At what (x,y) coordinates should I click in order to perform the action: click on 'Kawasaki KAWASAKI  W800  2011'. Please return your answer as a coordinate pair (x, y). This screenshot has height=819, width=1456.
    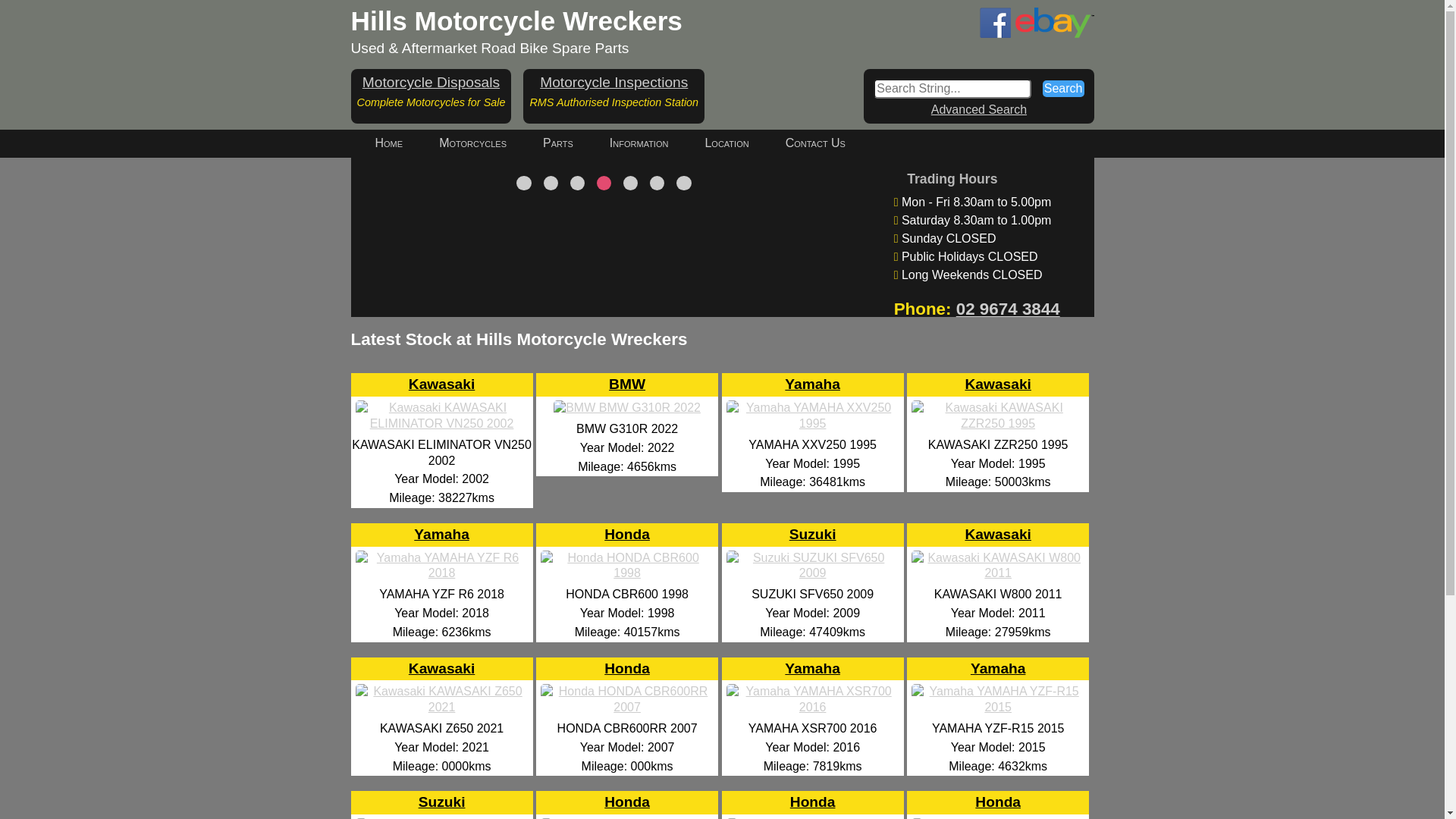
    Looking at the image, I should click on (997, 573).